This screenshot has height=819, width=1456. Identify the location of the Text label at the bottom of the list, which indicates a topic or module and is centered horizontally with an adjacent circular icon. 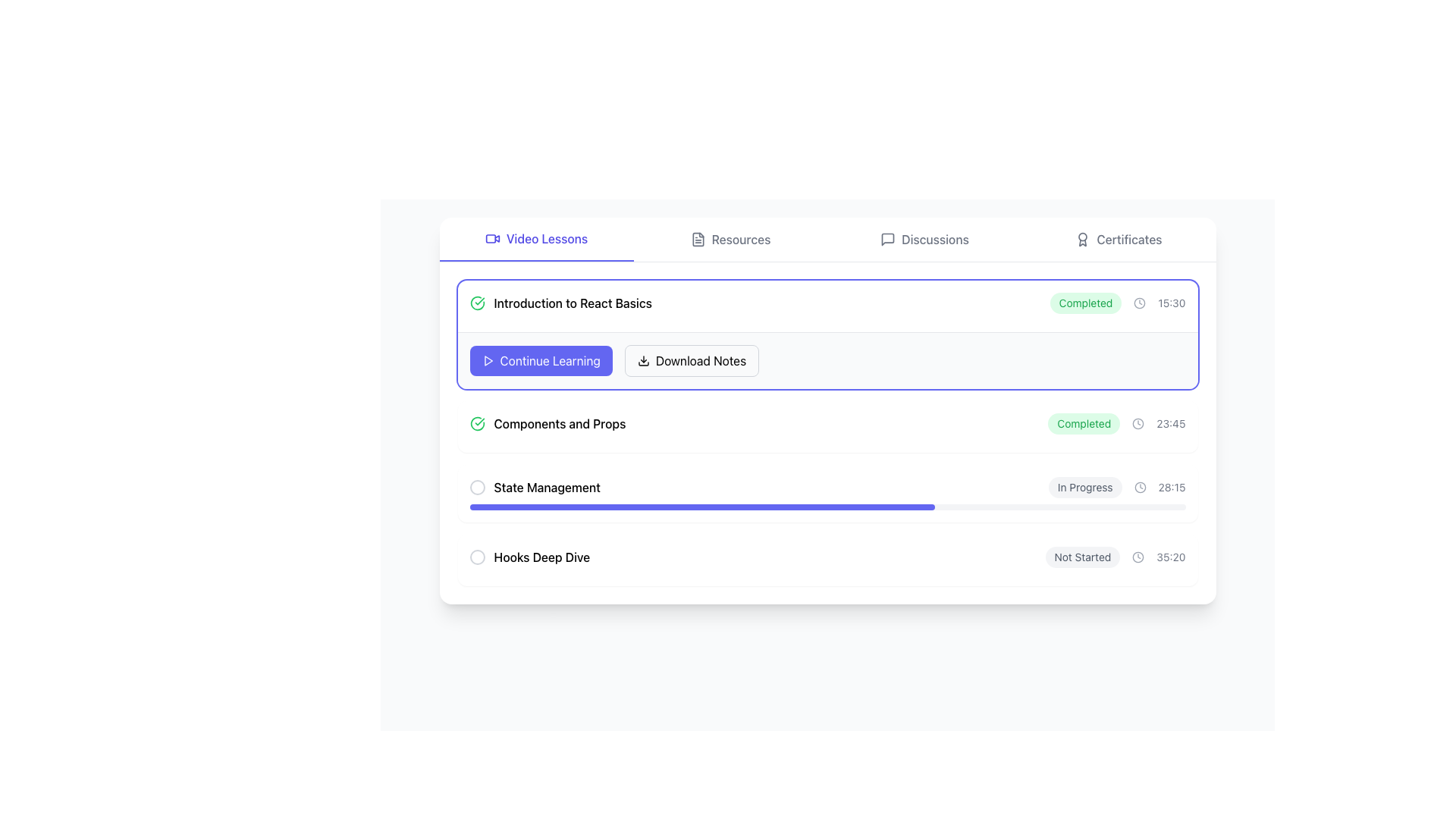
(541, 557).